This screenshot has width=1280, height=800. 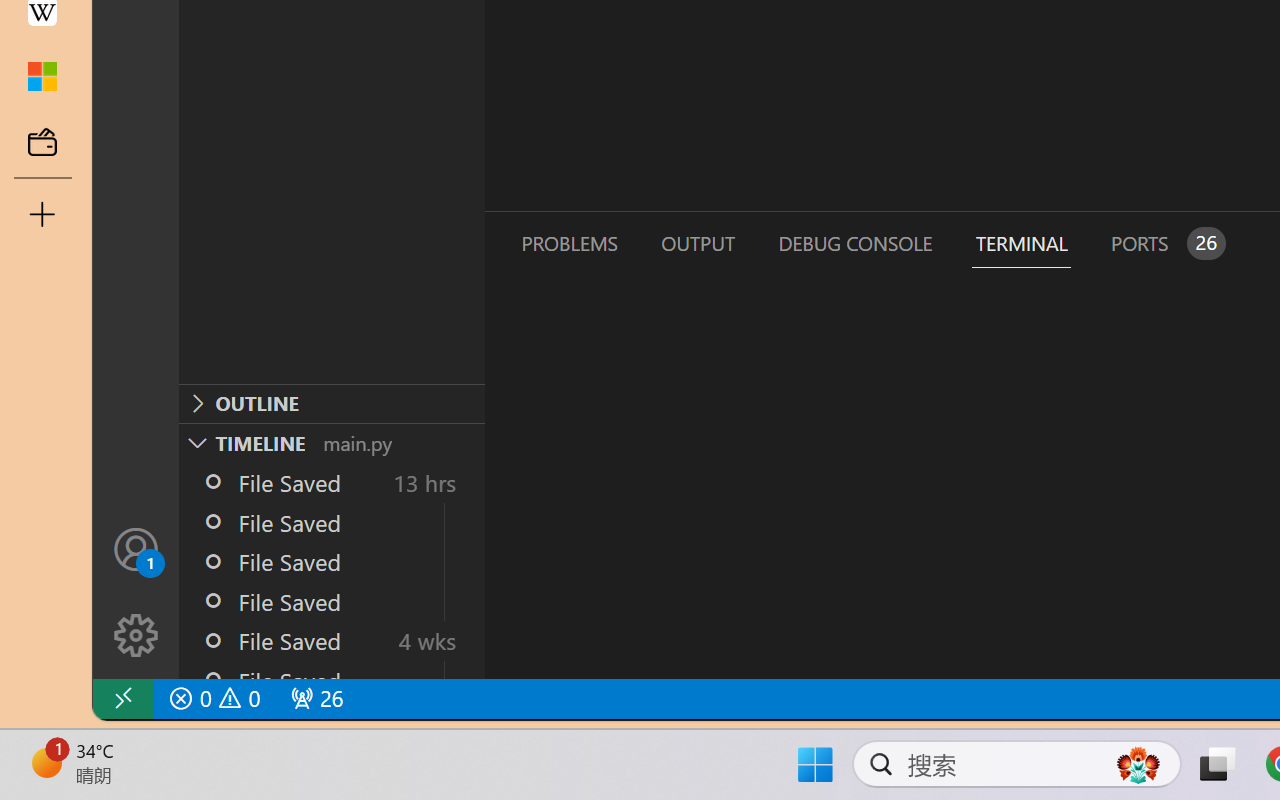 What do you see at coordinates (696, 242) in the screenshot?
I see `'Output (Ctrl+Shift+U)'` at bounding box center [696, 242].